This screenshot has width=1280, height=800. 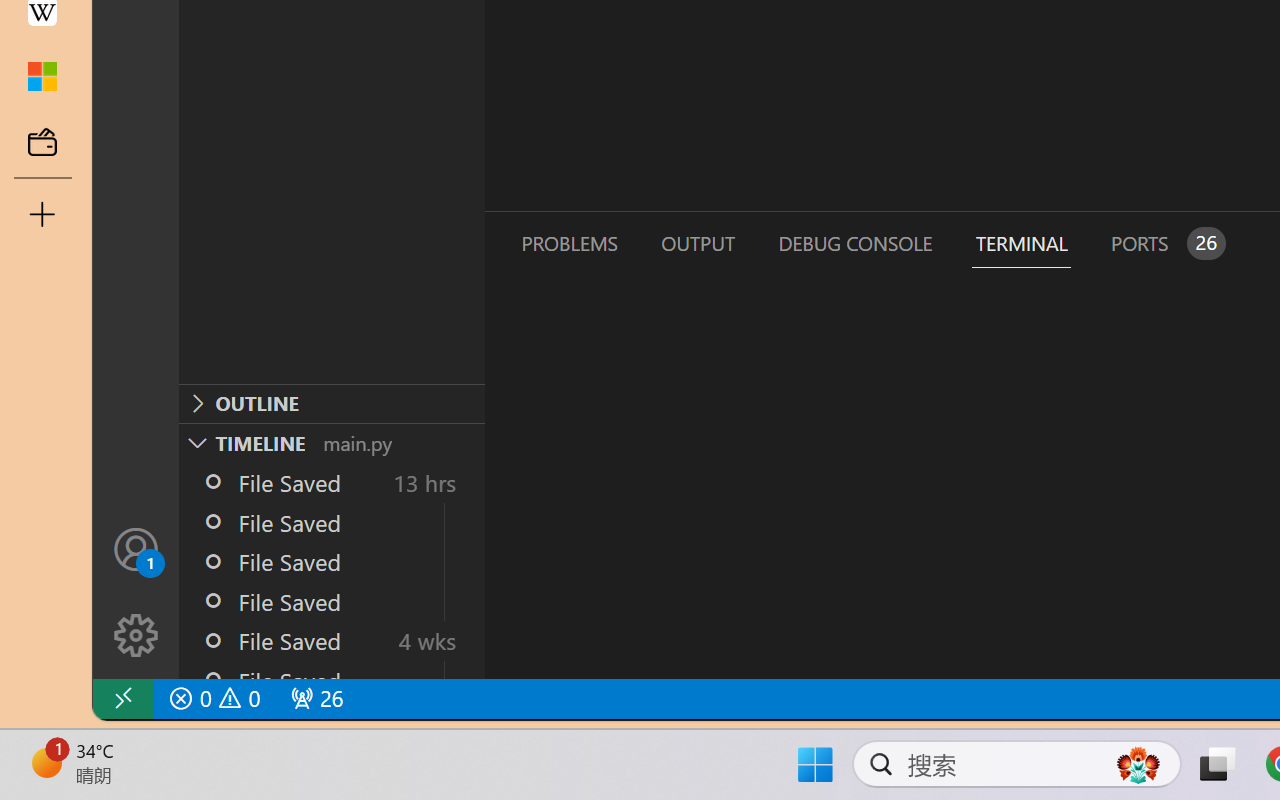 What do you see at coordinates (696, 242) in the screenshot?
I see `'Output (Ctrl+Shift+U)'` at bounding box center [696, 242].